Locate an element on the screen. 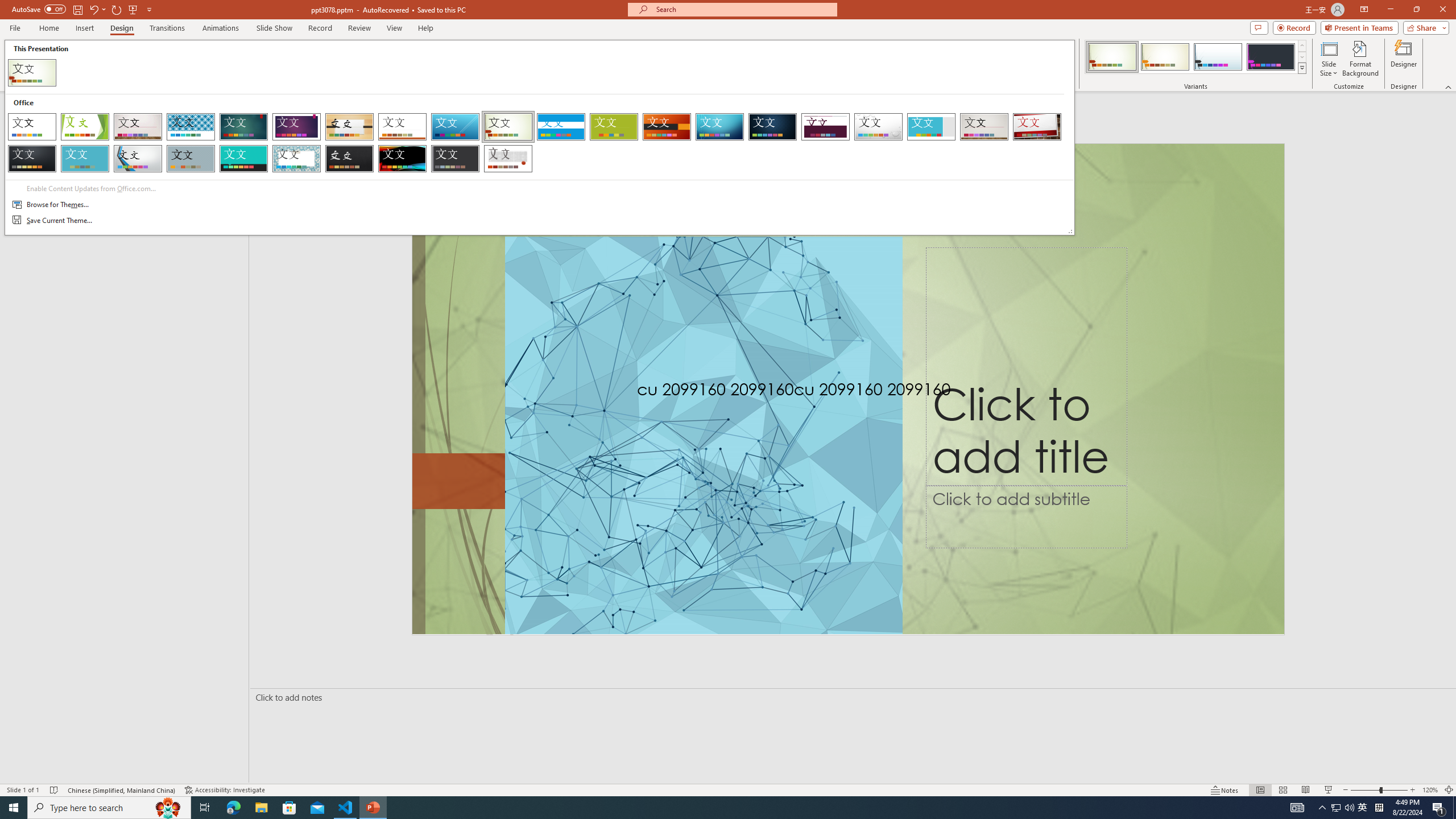  'Start' is located at coordinates (14, 806).